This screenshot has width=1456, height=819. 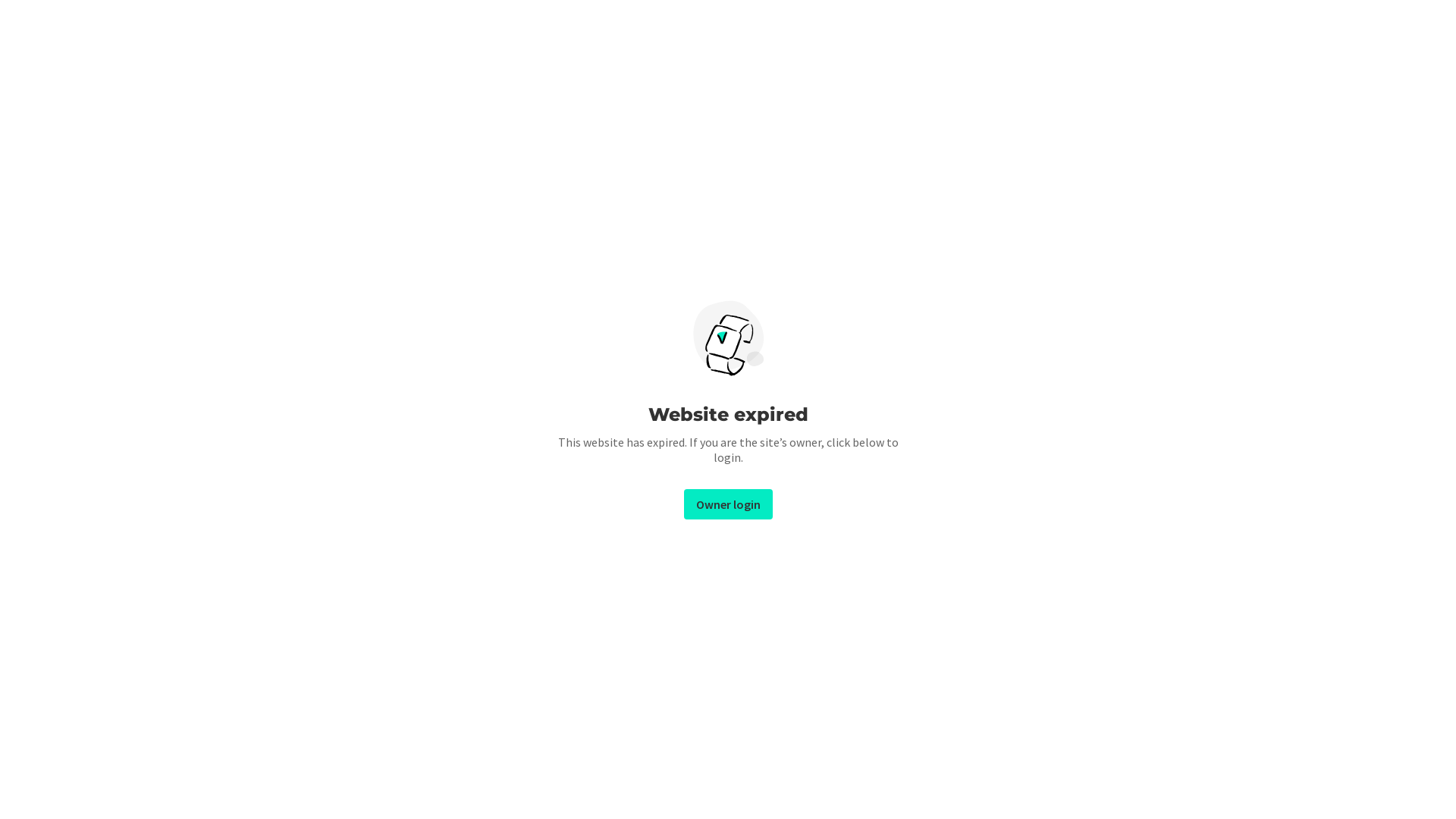 What do you see at coordinates (728, 504) in the screenshot?
I see `'Owner login'` at bounding box center [728, 504].